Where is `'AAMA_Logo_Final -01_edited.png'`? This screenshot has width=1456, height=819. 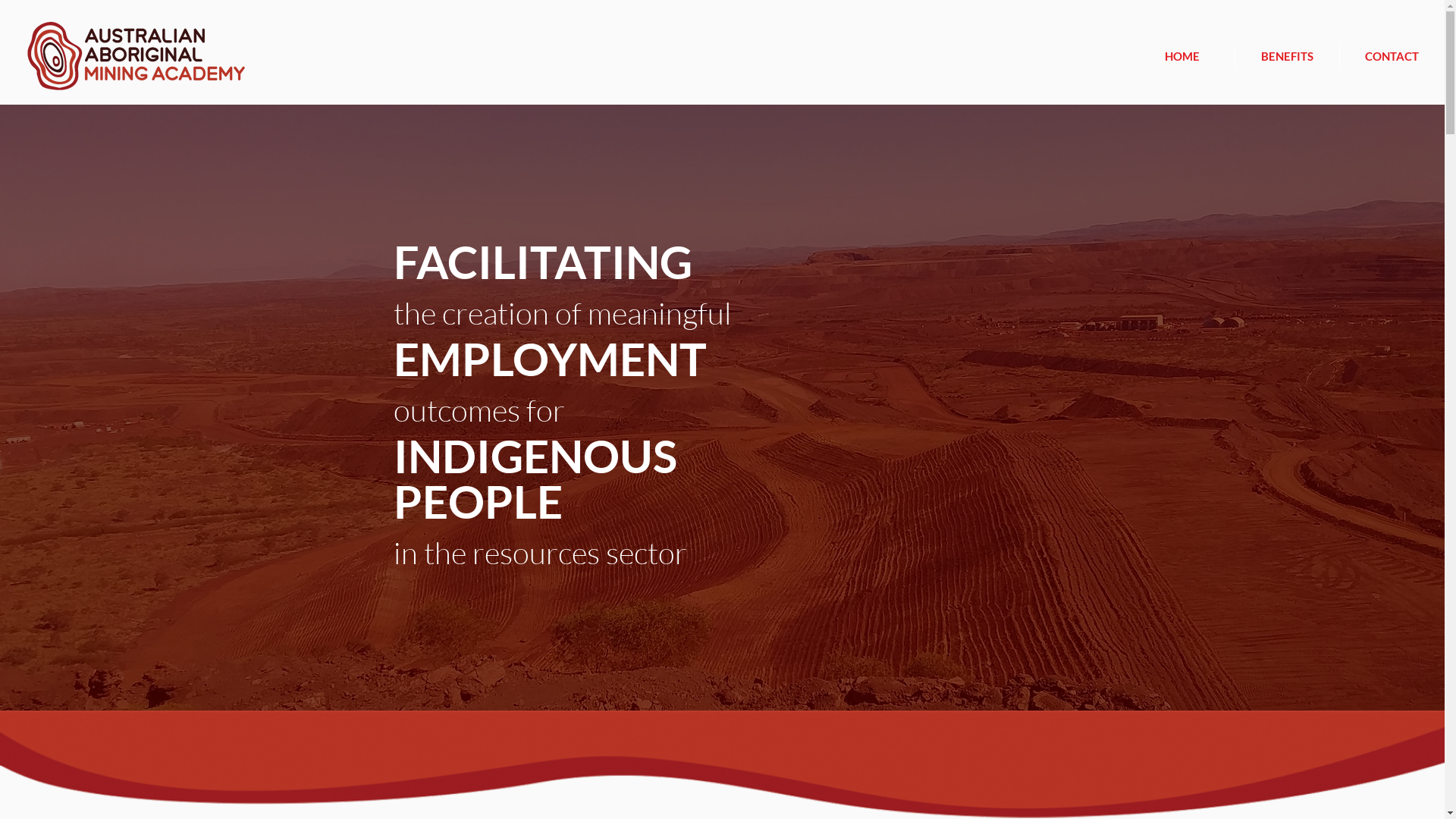
'AAMA_Logo_Final -01_edited.png' is located at coordinates (136, 55).